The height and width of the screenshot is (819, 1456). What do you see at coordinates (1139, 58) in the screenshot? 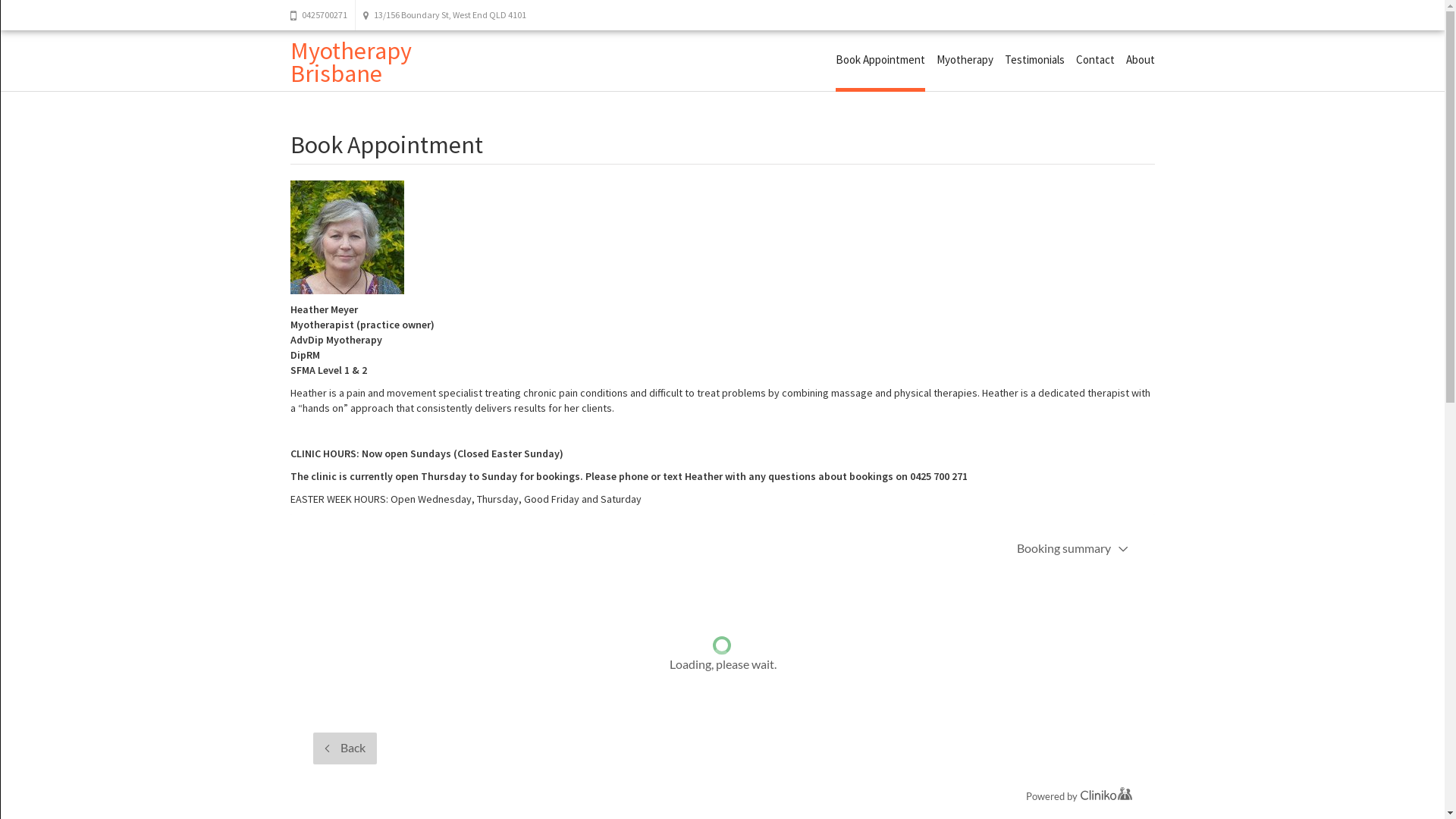
I see `'About'` at bounding box center [1139, 58].